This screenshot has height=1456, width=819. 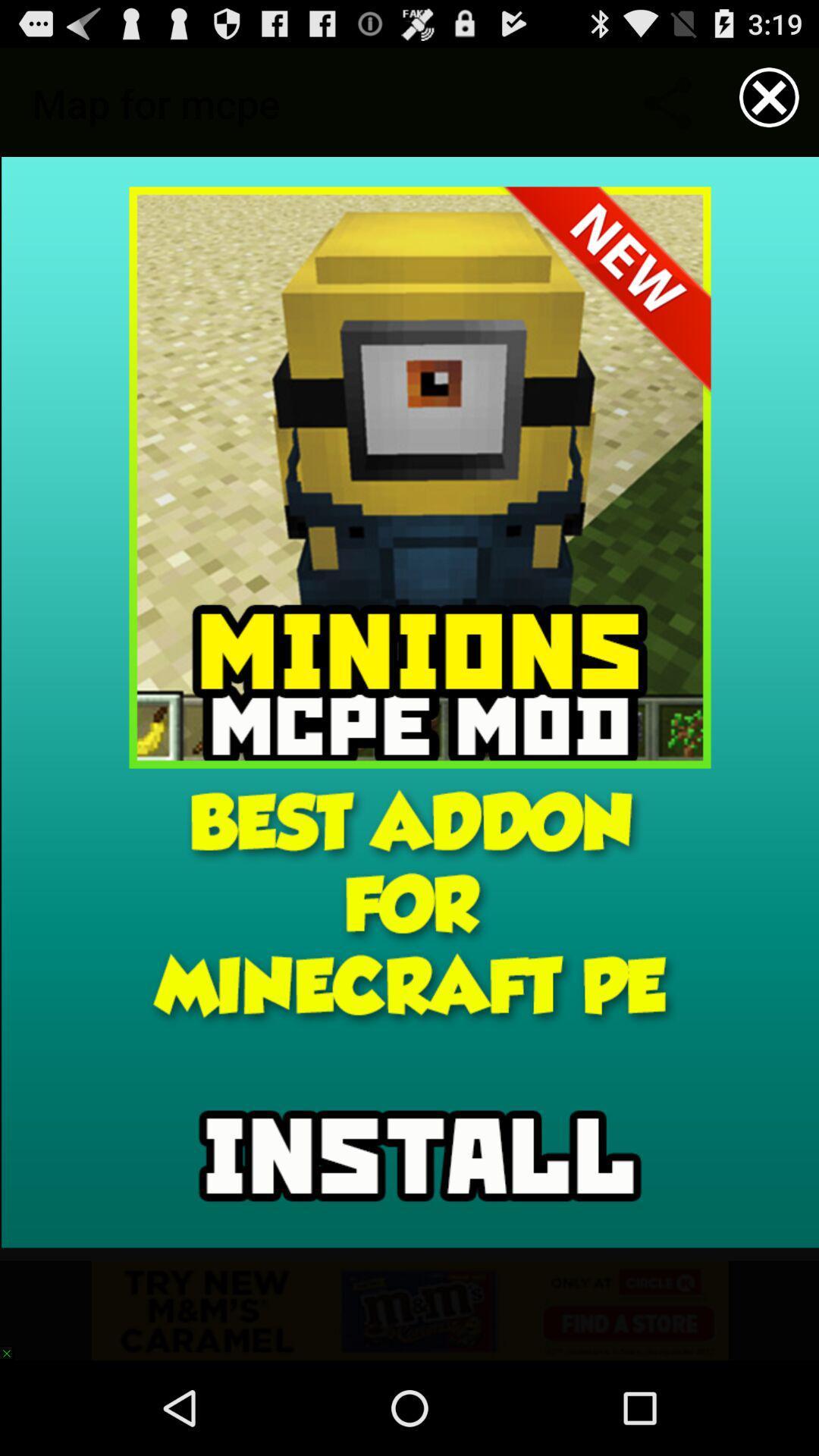 I want to click on the icon at the bottom left corner, so click(x=14, y=1346).